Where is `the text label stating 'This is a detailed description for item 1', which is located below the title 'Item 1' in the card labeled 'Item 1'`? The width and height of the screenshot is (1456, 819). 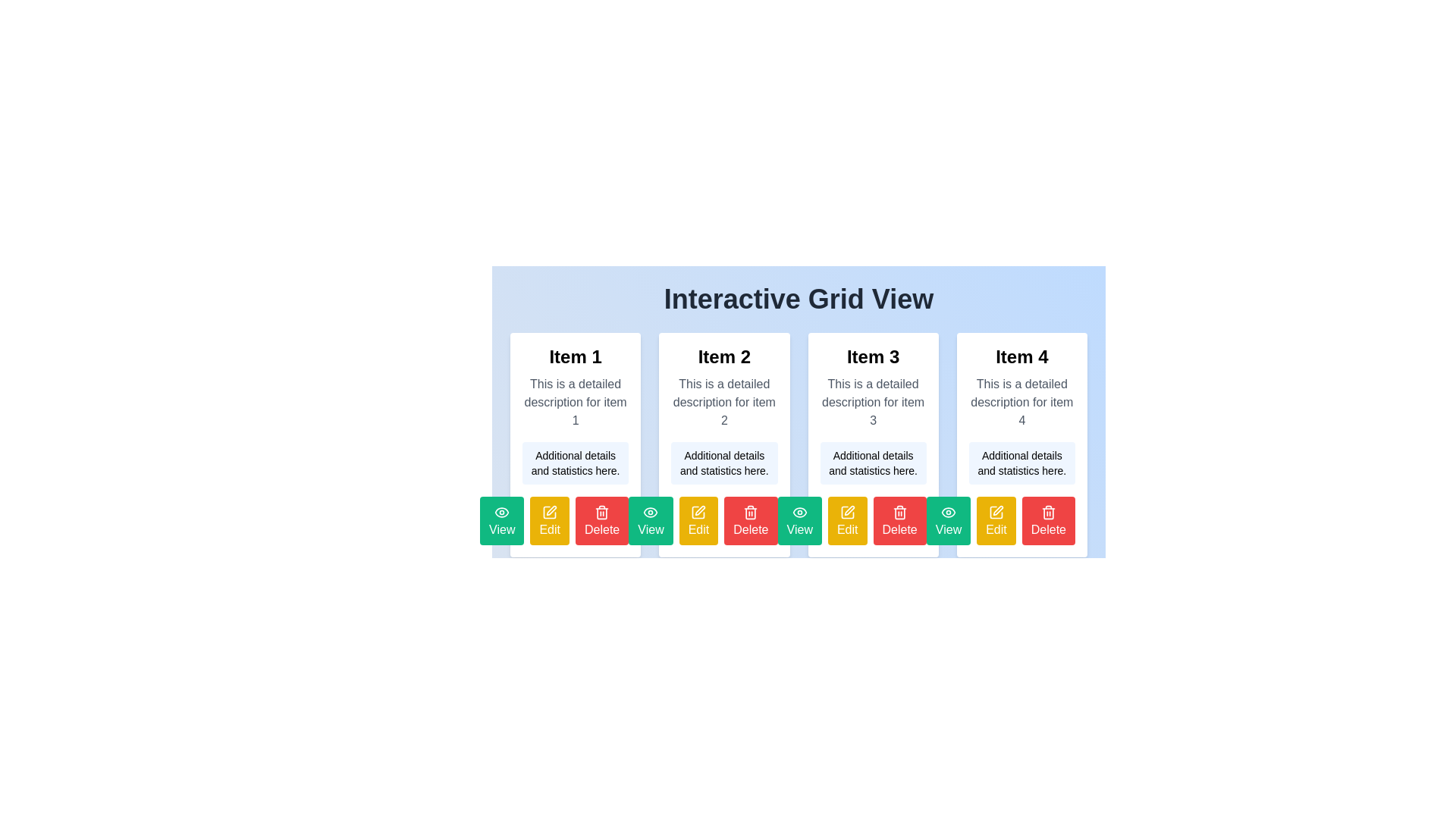
the text label stating 'This is a detailed description for item 1', which is located below the title 'Item 1' in the card labeled 'Item 1' is located at coordinates (575, 402).